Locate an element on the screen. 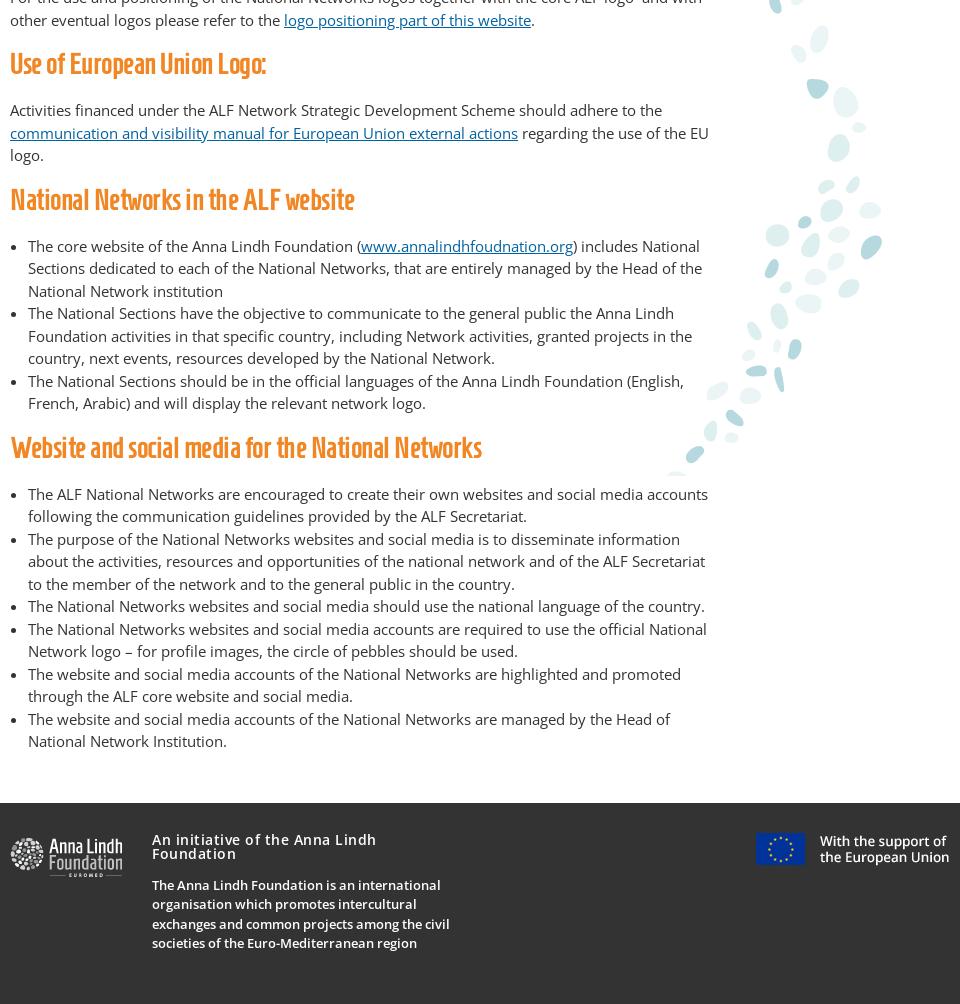 The width and height of the screenshot is (960, 1004). 'regarding the use of the EU logo.' is located at coordinates (359, 142).